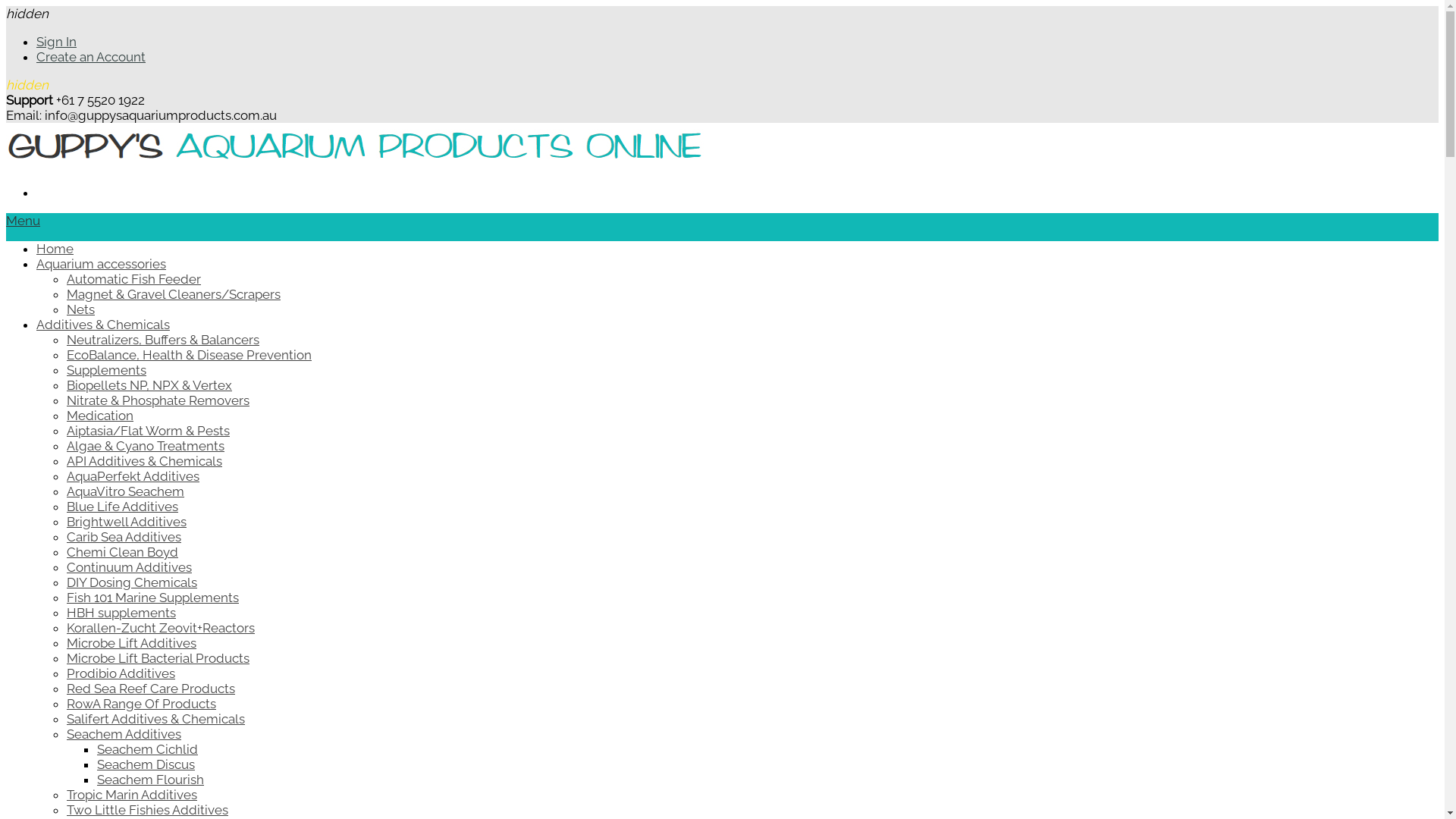 This screenshot has height=819, width=1456. What do you see at coordinates (158, 657) in the screenshot?
I see `'Microbe Lift Bacterial Products'` at bounding box center [158, 657].